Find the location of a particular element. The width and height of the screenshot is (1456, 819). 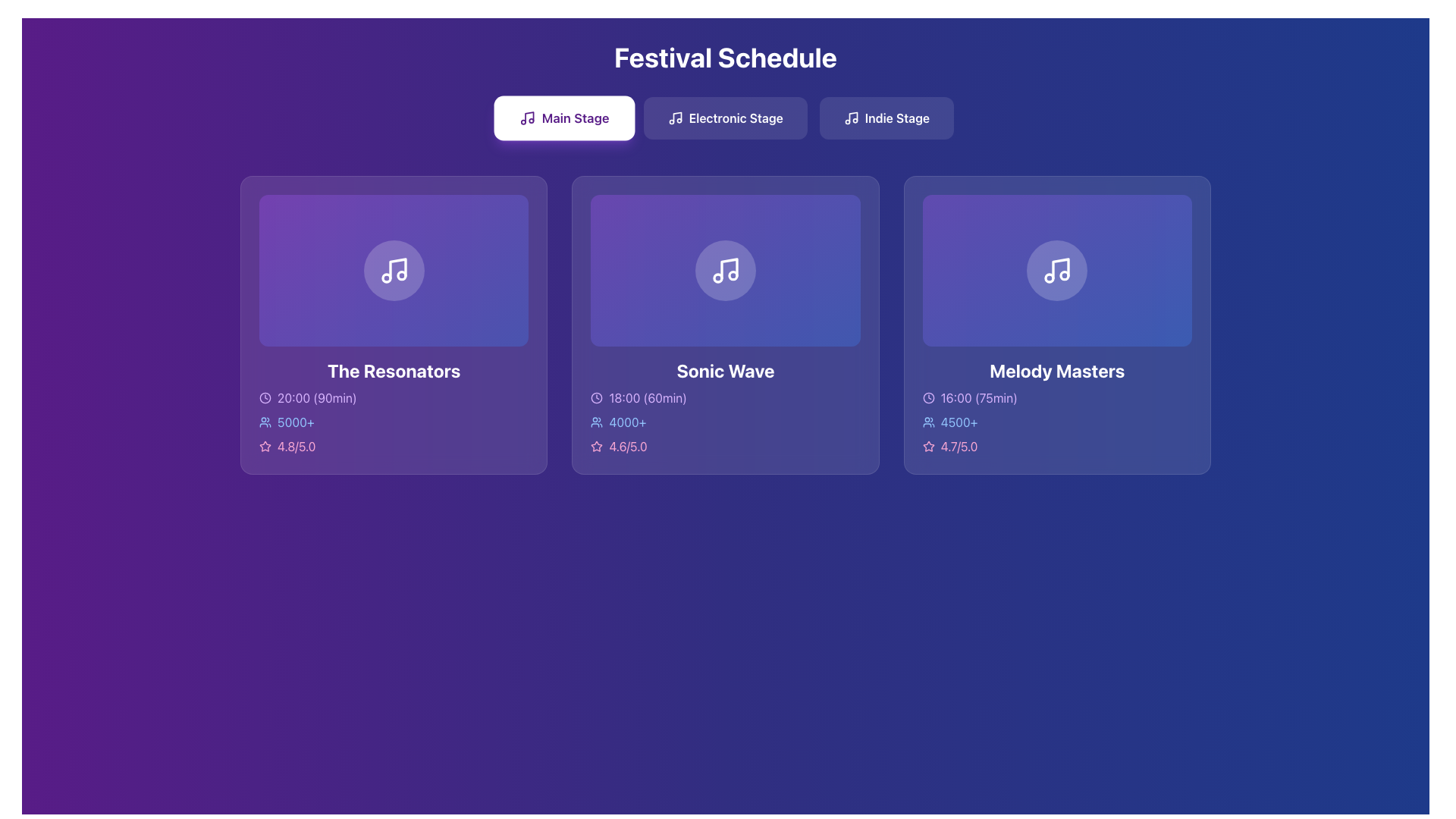

the circular icon with a musical note symbol, located at the center of the top section of the 'Melody Masters' card is located at coordinates (1056, 269).